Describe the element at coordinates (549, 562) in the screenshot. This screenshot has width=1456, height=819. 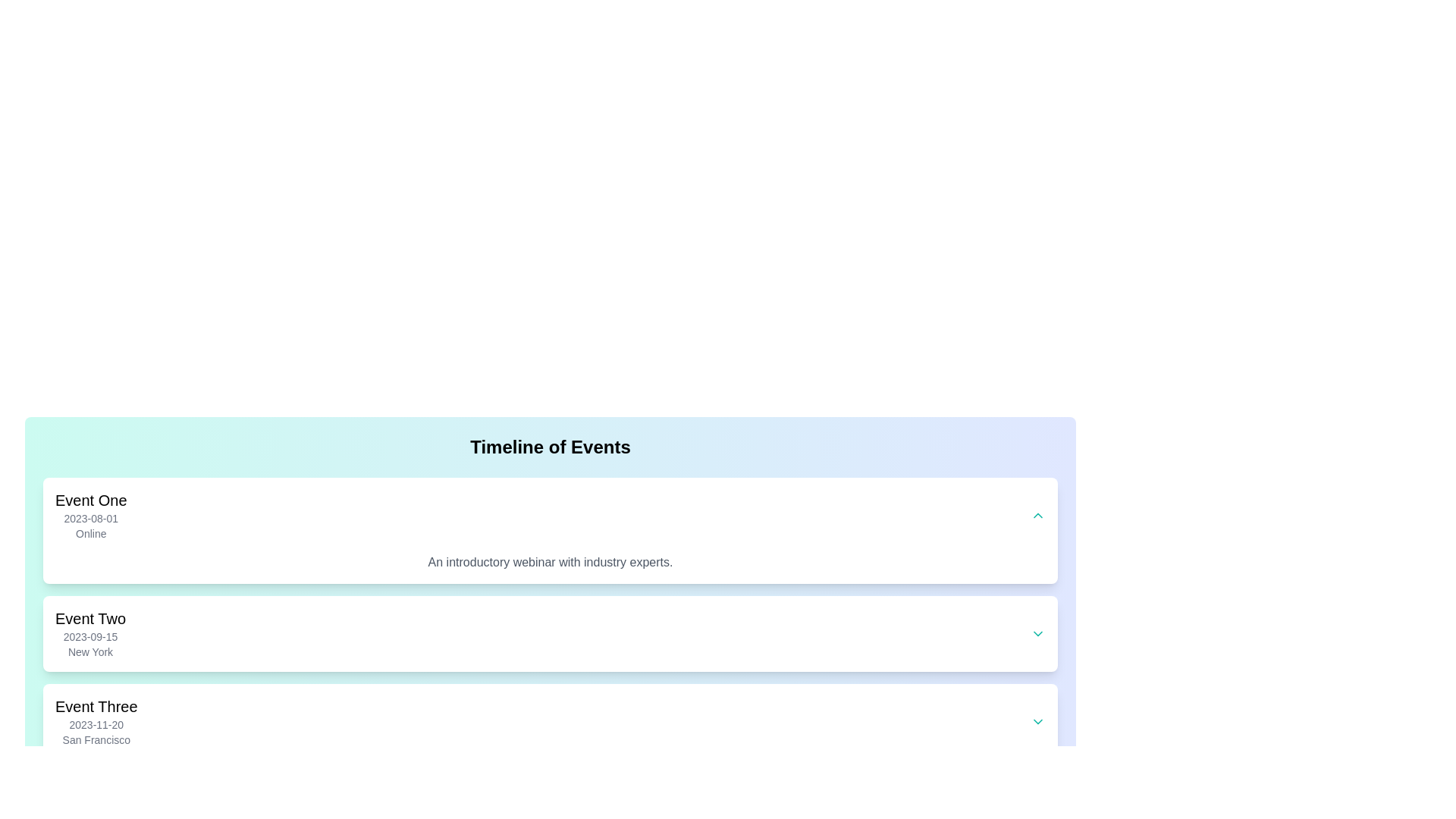
I see `the Text Label providing details about 'Event One', which specifies it as an introductory webinar with industry experts, located below the date and location details` at that location.